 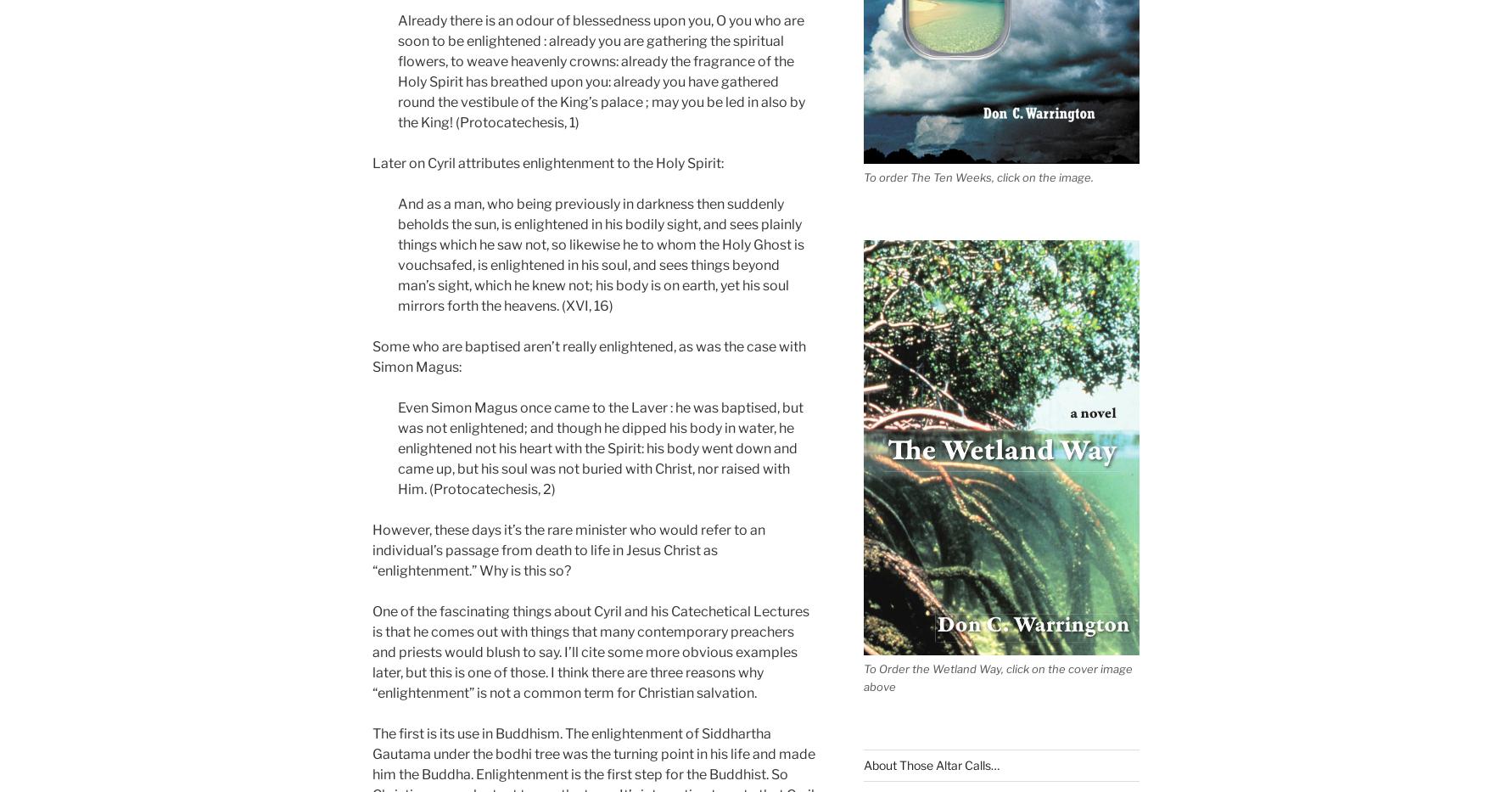 I want to click on 'One of the fascinating things about Cyril and his Catechetical Lectures is that he comes out with things that many contemporary preachers and priests would blush to say. I’ll cite some more obvious examples later, but this is one of those. I think there are three reasons why “enlightenment” is not a common term for Christian salvation.', so click(x=590, y=650).